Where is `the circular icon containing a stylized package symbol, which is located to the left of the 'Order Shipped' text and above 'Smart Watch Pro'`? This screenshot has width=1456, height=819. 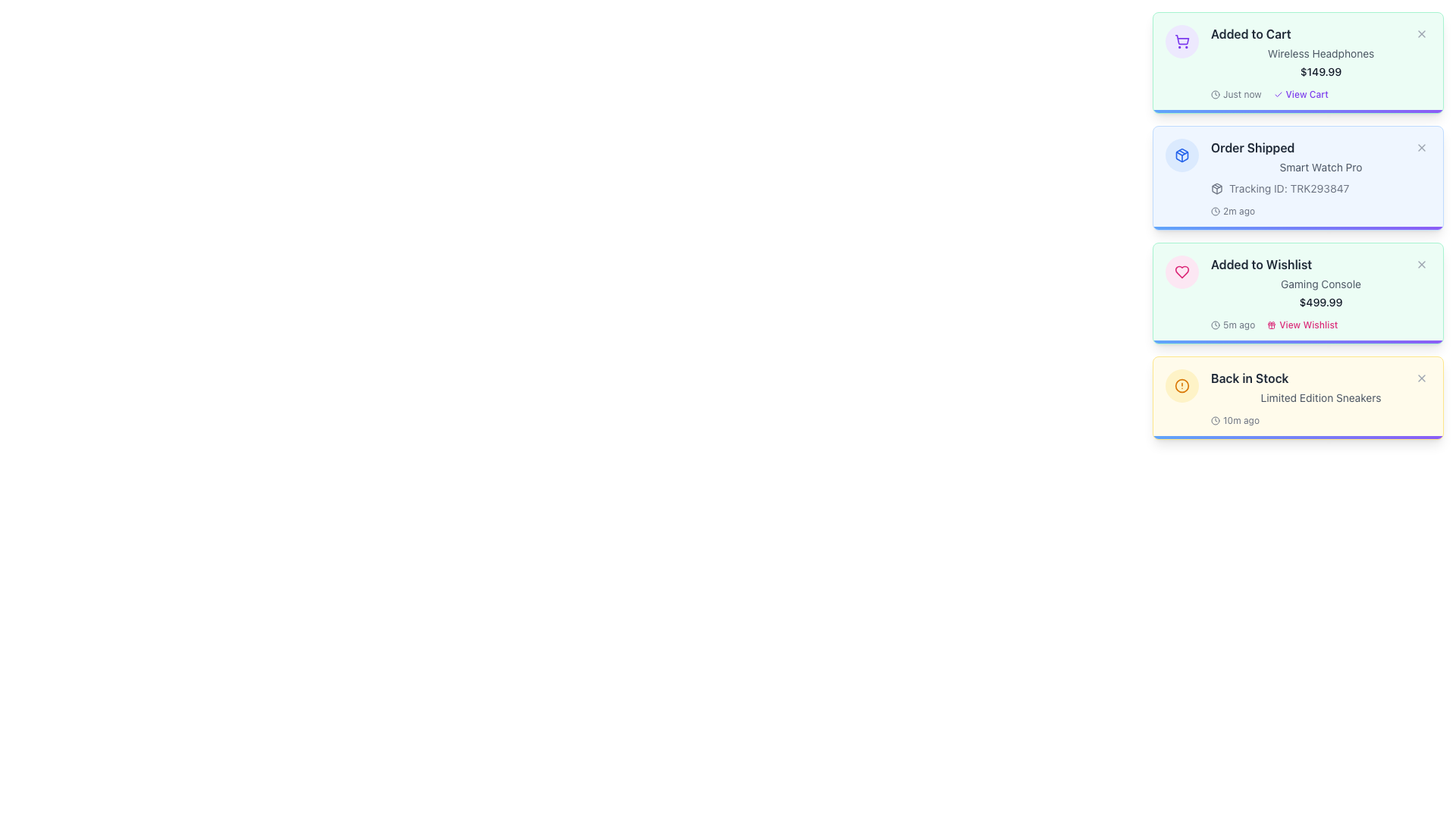 the circular icon containing a stylized package symbol, which is located to the left of the 'Order Shipped' text and above 'Smart Watch Pro' is located at coordinates (1181, 155).